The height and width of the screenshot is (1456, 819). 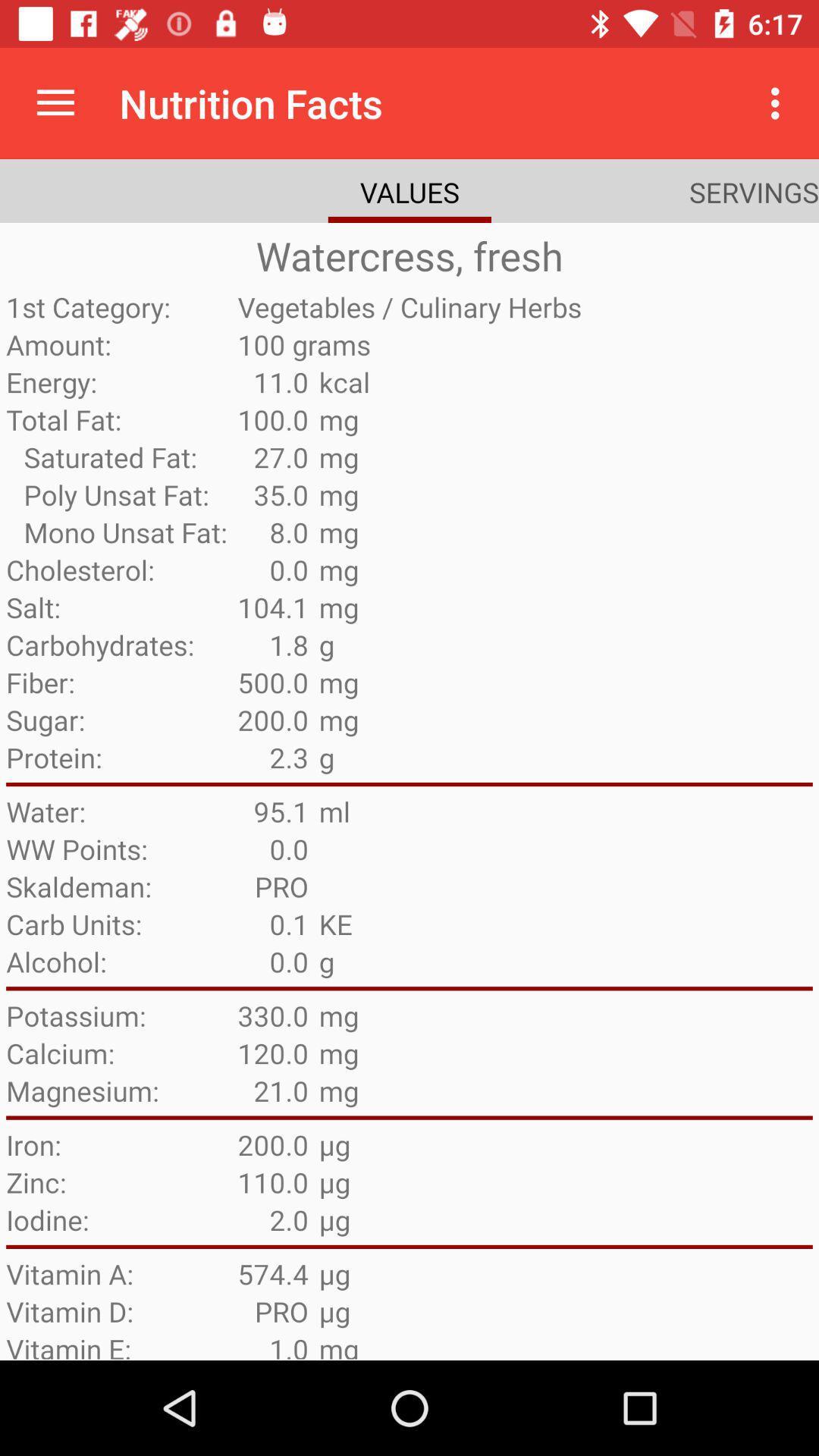 What do you see at coordinates (754, 191) in the screenshot?
I see `the app to the right of the values icon` at bounding box center [754, 191].